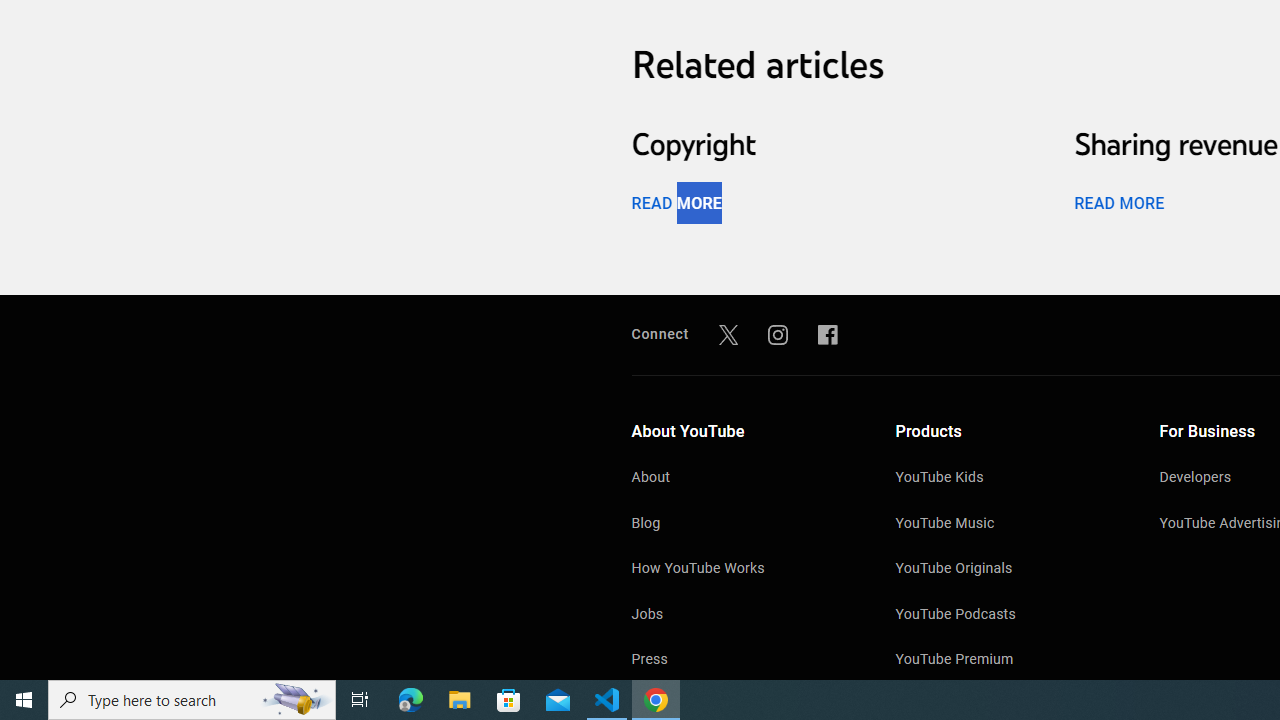 Image resolution: width=1280 pixels, height=720 pixels. What do you see at coordinates (1007, 570) in the screenshot?
I see `'YouTube Originals'` at bounding box center [1007, 570].